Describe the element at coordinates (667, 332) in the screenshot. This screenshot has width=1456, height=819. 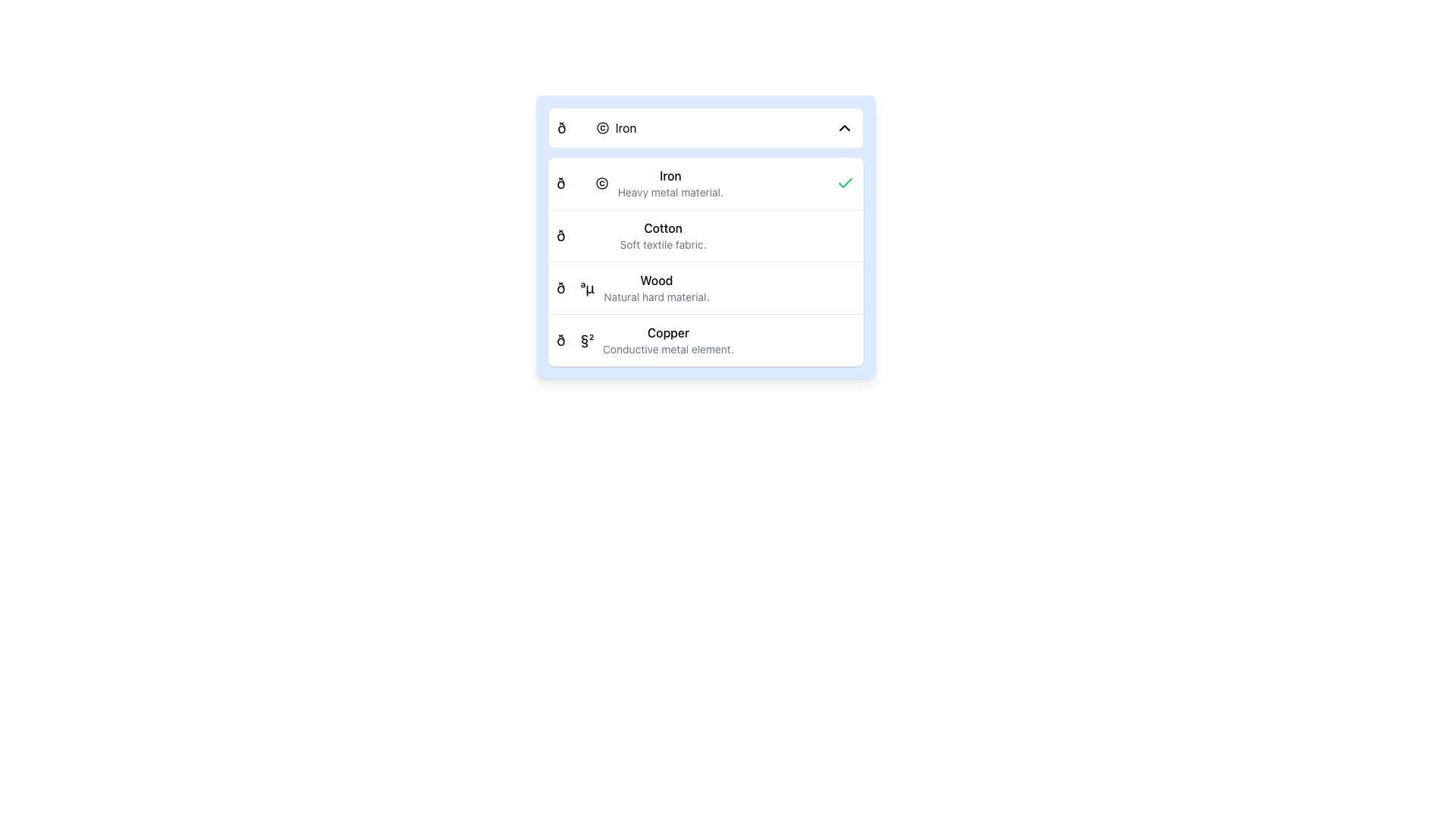
I see `the 'Copper' text label` at that location.